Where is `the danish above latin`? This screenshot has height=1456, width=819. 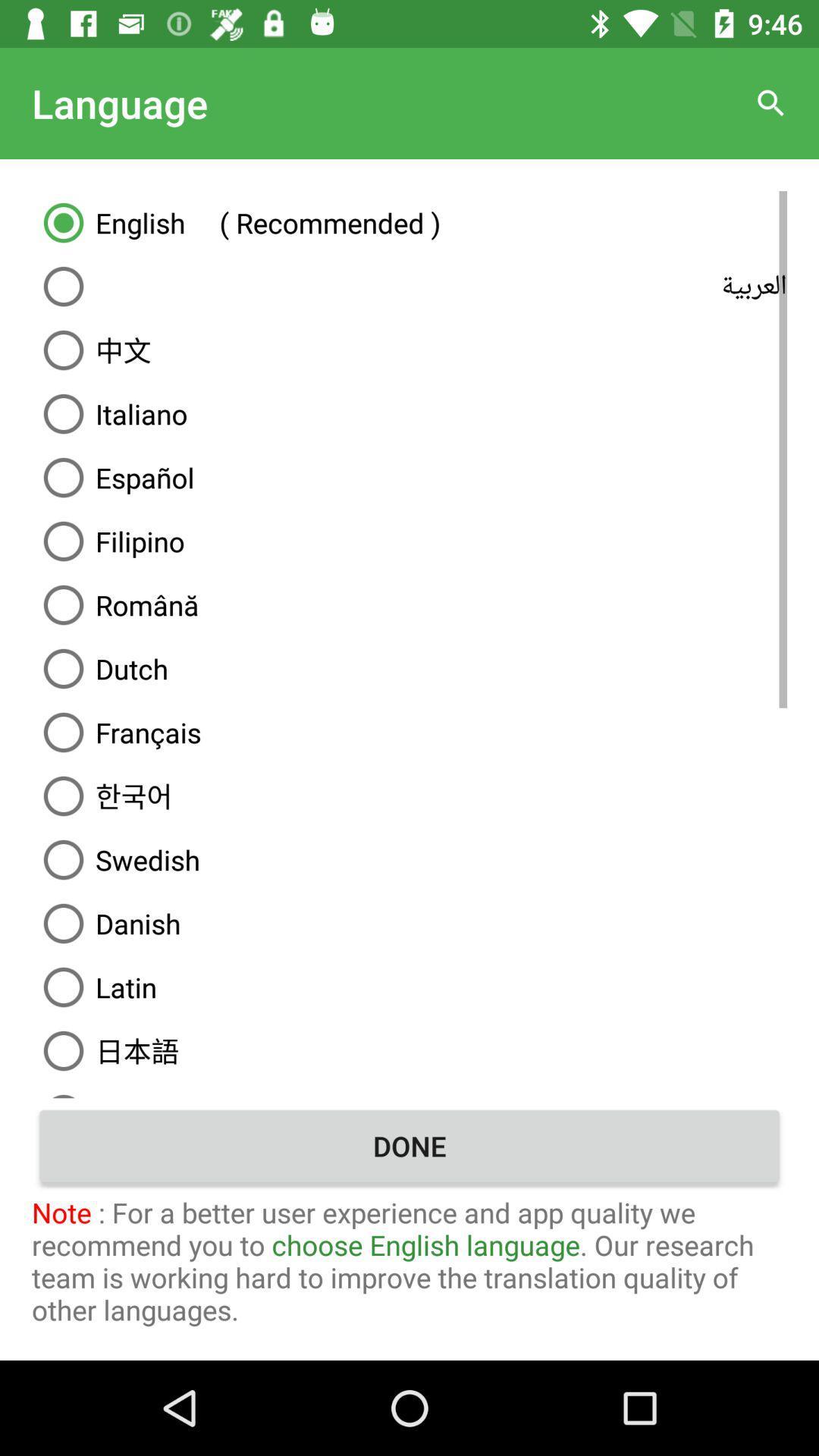 the danish above latin is located at coordinates (409, 923).